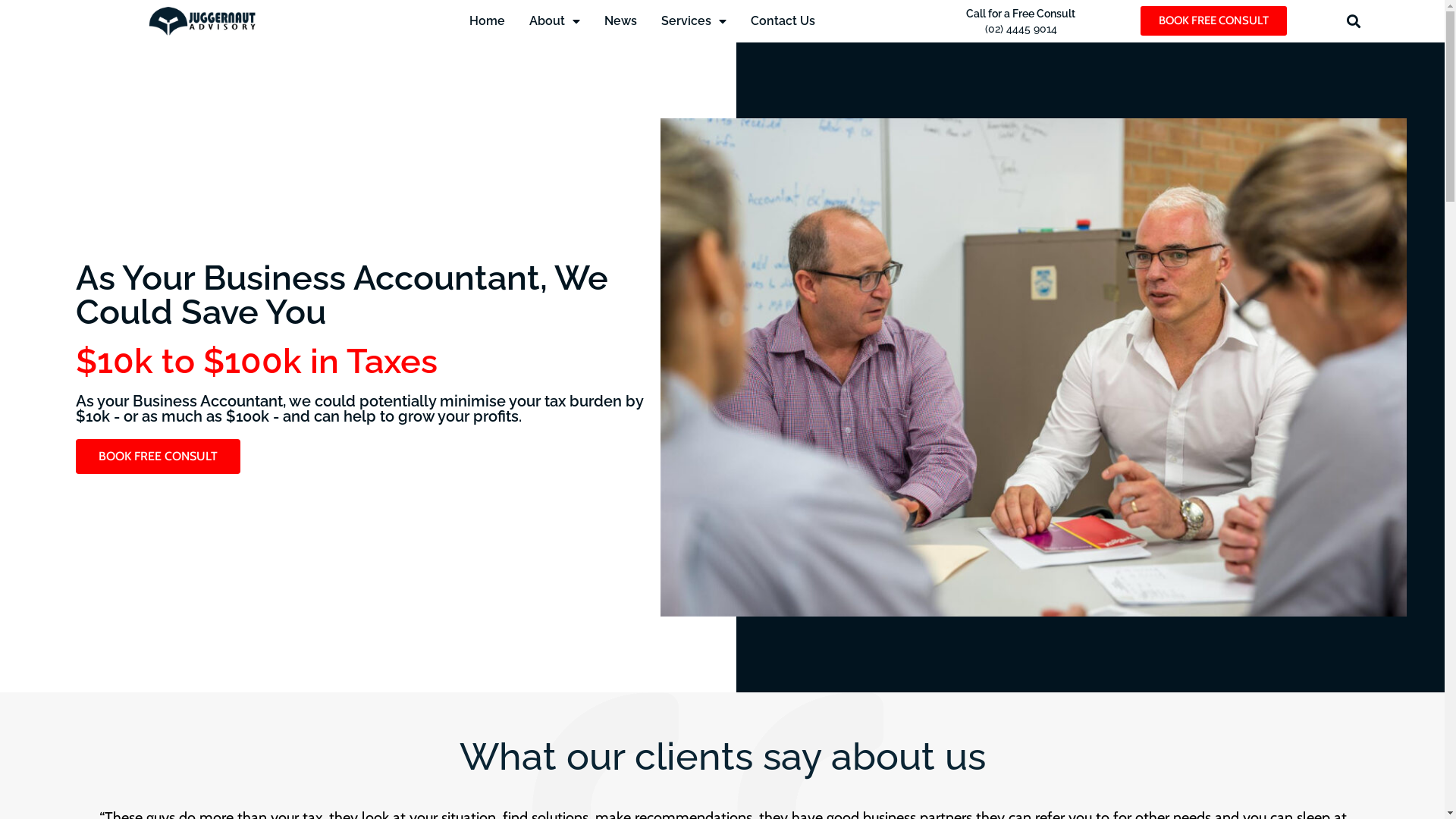  Describe the element at coordinates (783, 20) in the screenshot. I see `'Contact Us'` at that location.